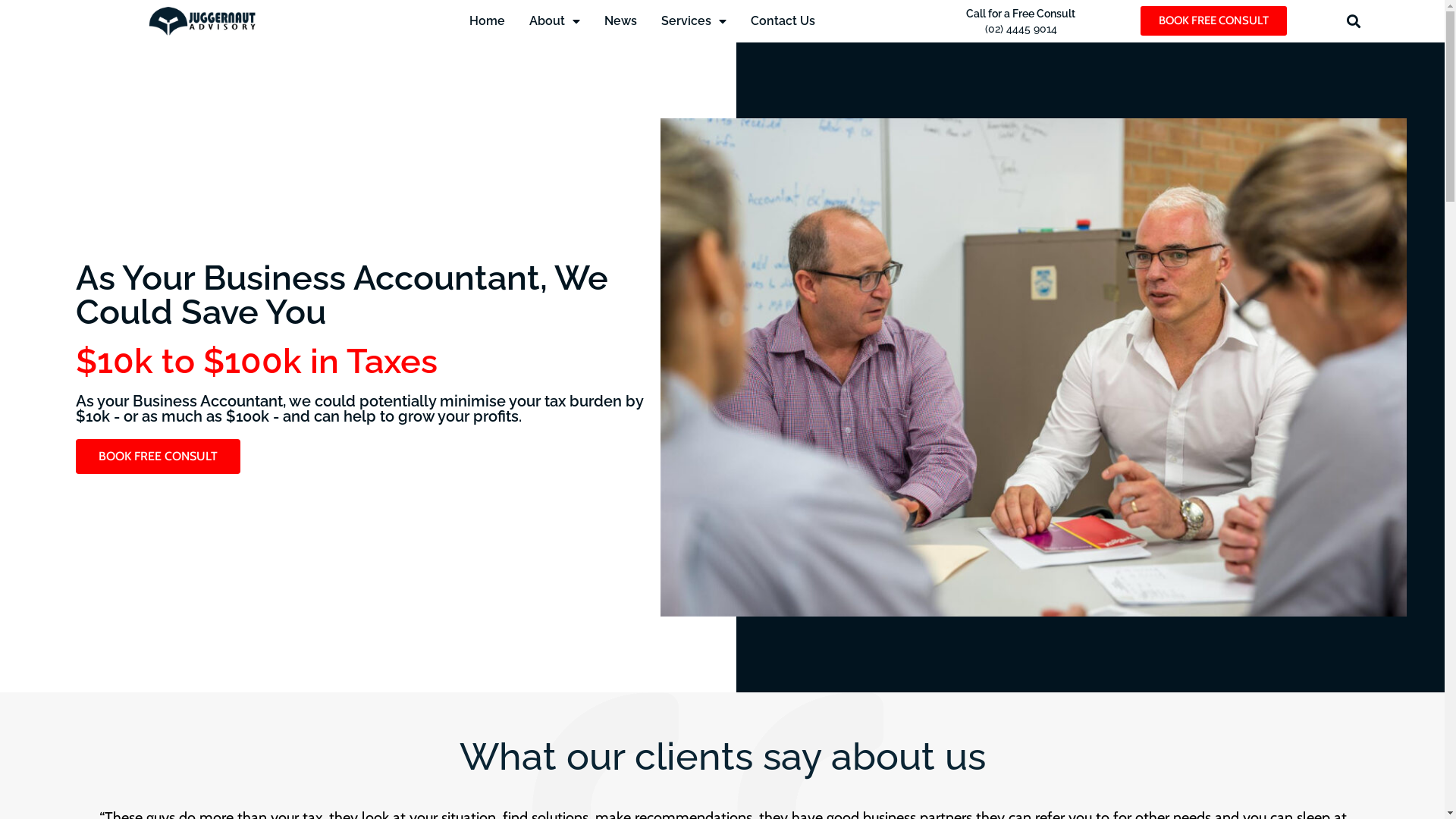  Describe the element at coordinates (783, 20) in the screenshot. I see `'Contact Us'` at that location.